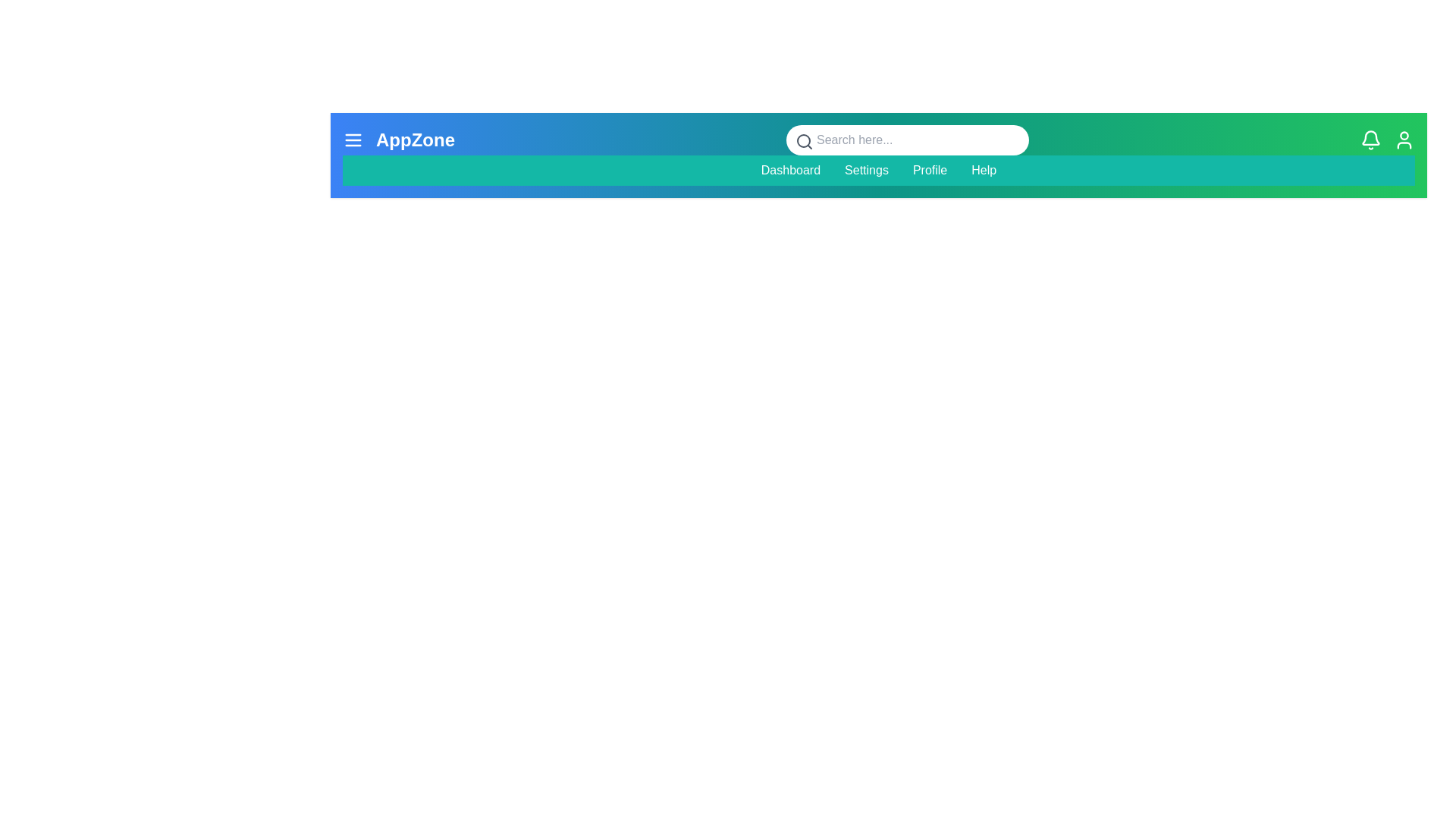 Image resolution: width=1456 pixels, height=819 pixels. Describe the element at coordinates (352, 140) in the screenshot. I see `the menu icon to toggle the menu` at that location.